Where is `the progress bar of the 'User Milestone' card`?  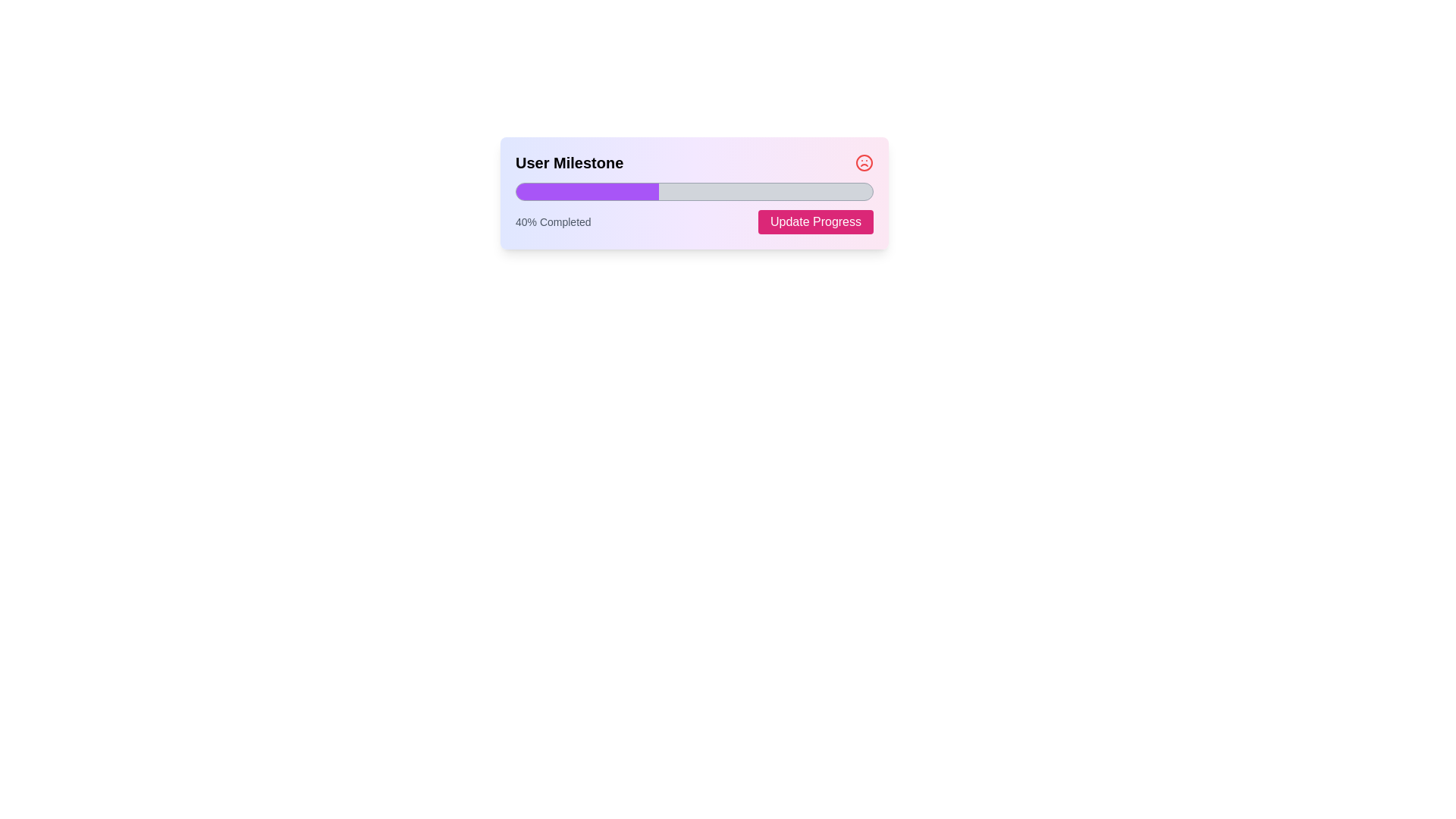 the progress bar of the 'User Milestone' card is located at coordinates (694, 192).